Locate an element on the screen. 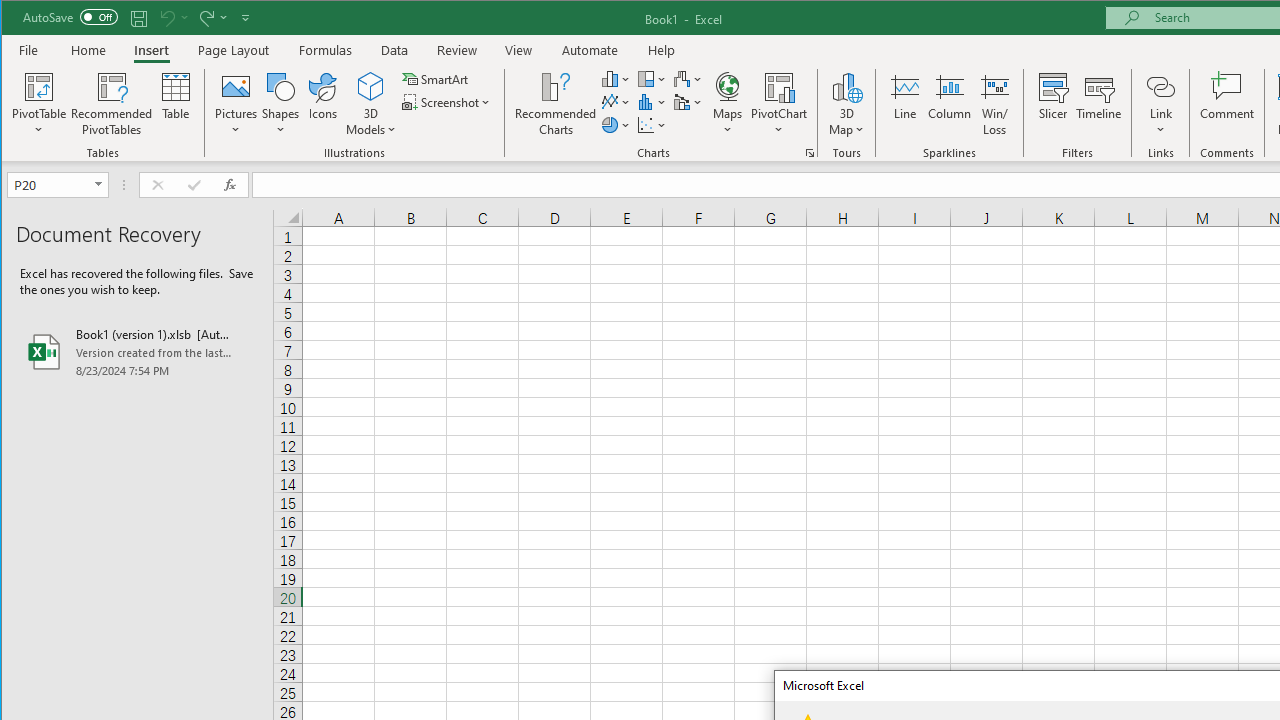 Image resolution: width=1280 pixels, height=720 pixels. 'Insert Pie or Doughnut Chart' is located at coordinates (615, 125).